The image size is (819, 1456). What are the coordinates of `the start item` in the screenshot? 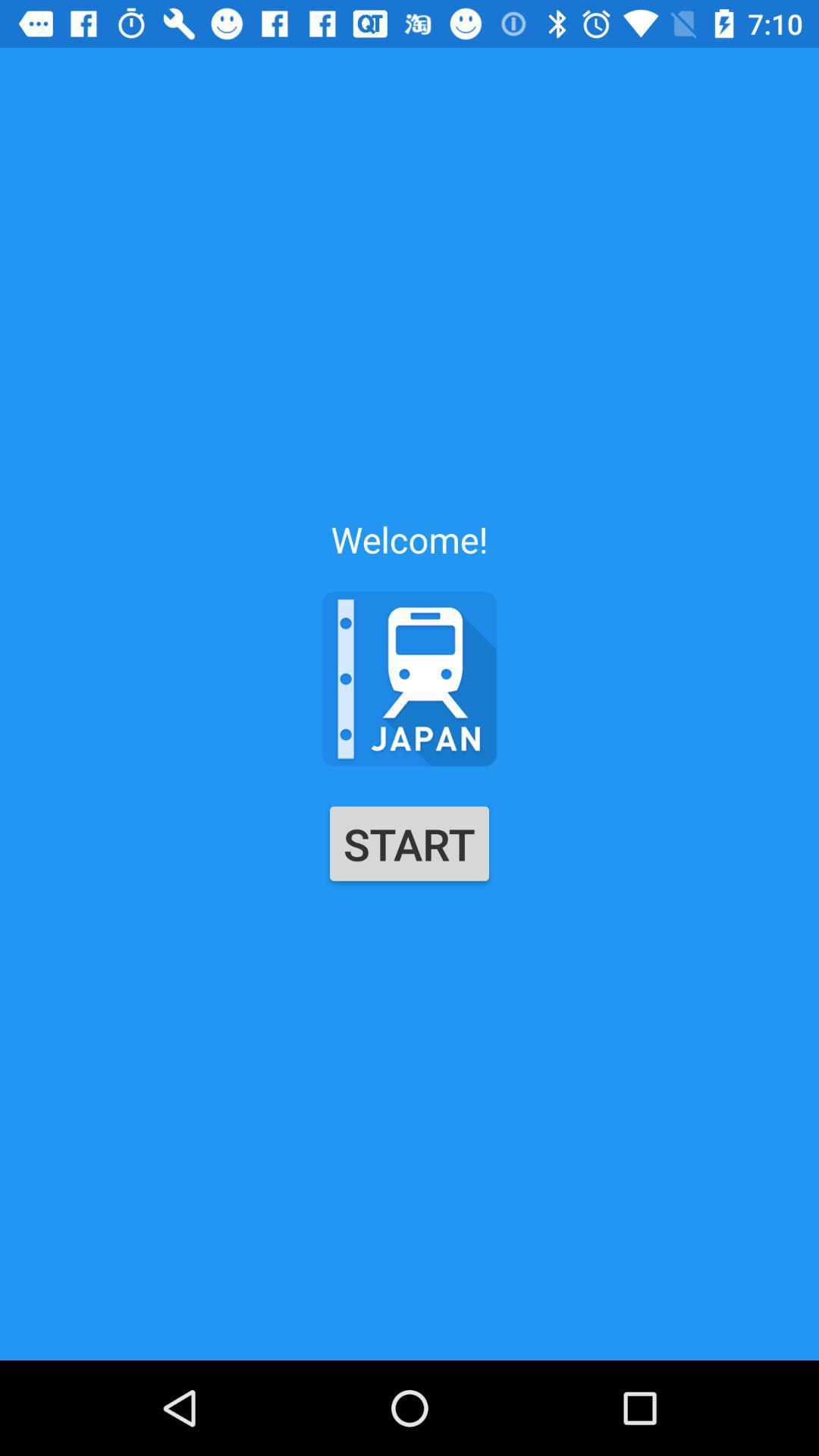 It's located at (409, 843).